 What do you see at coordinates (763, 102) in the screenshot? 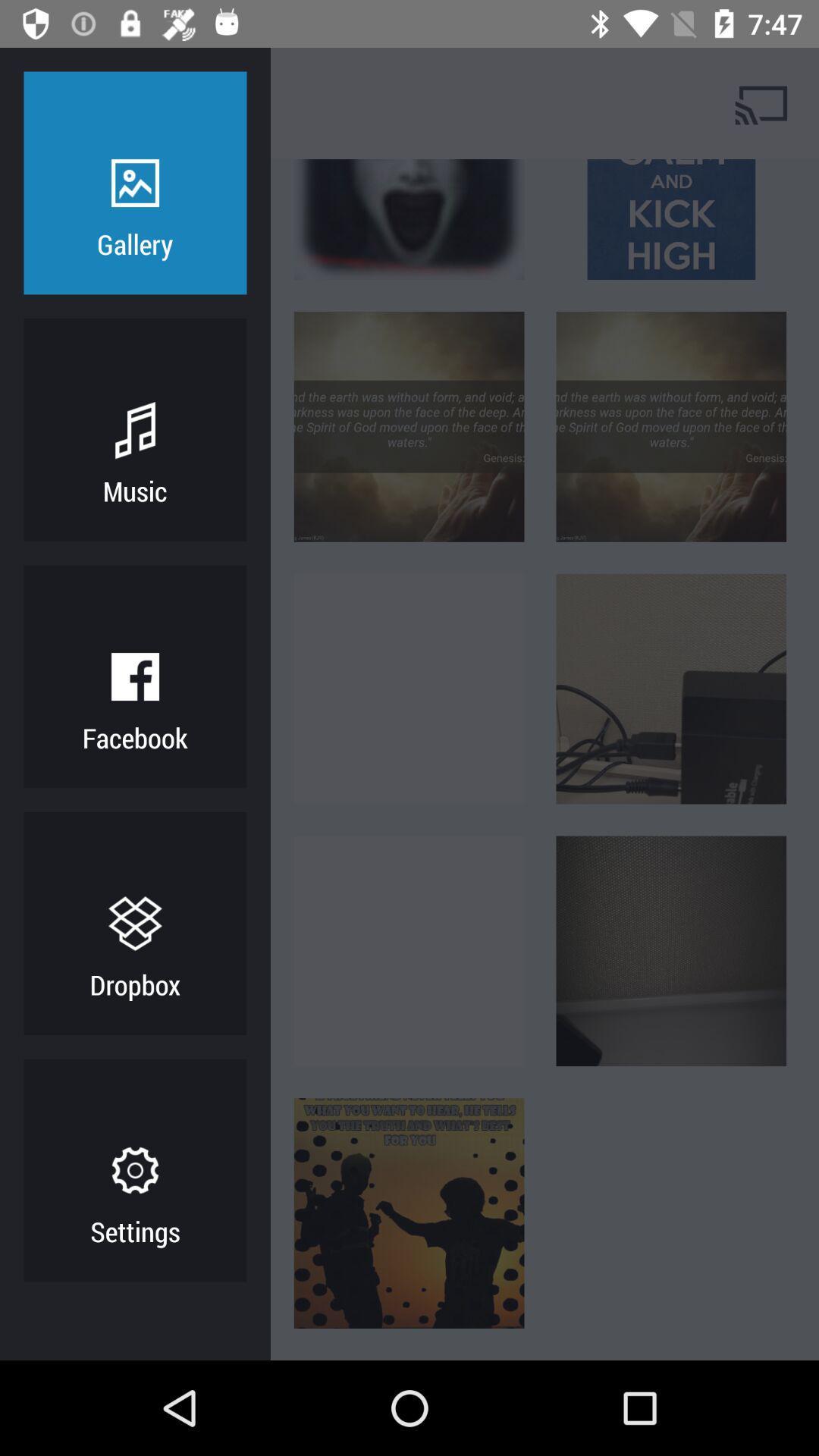
I see `cast screen on tv` at bounding box center [763, 102].